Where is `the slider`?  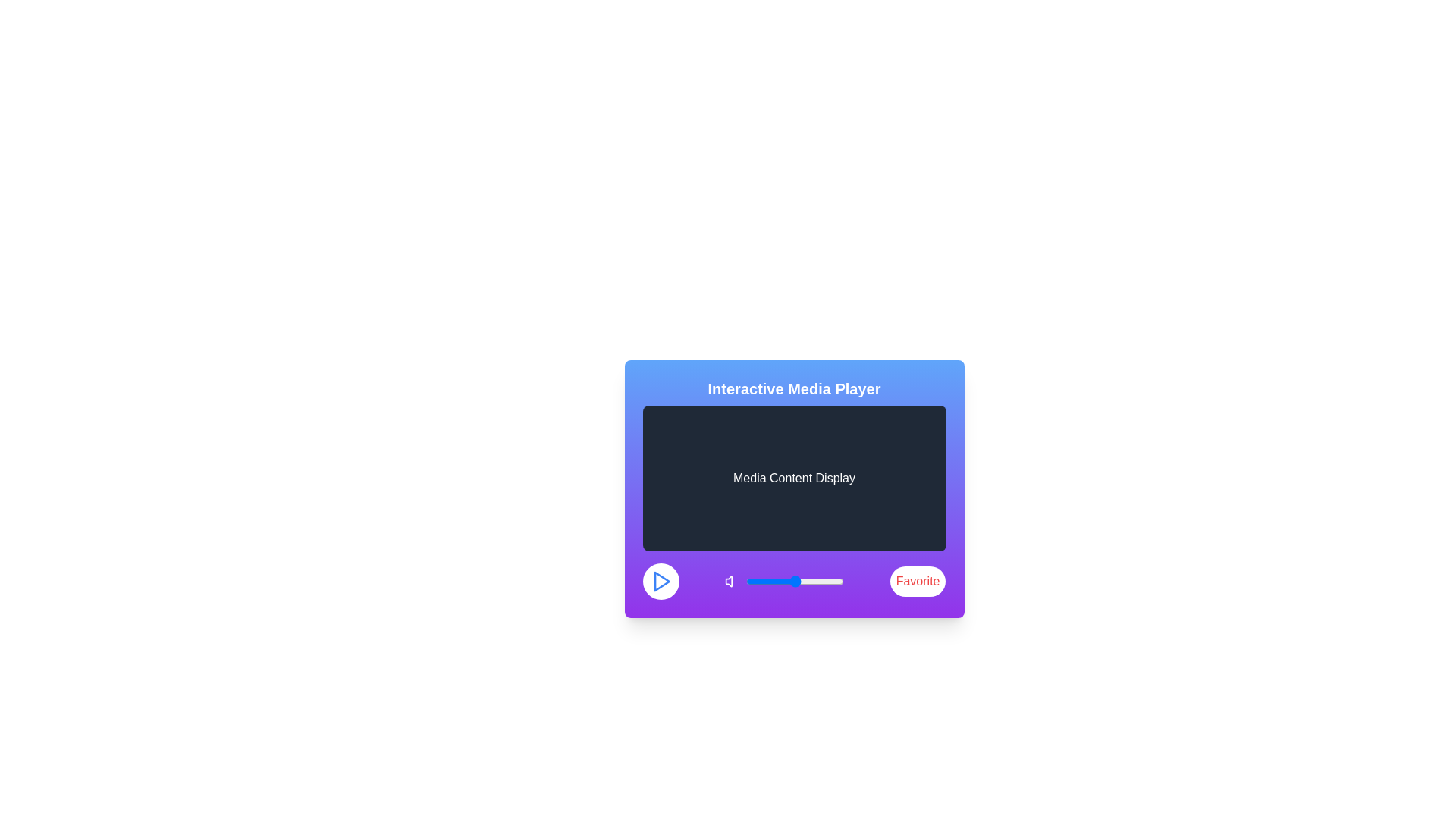
the slider is located at coordinates (754, 581).